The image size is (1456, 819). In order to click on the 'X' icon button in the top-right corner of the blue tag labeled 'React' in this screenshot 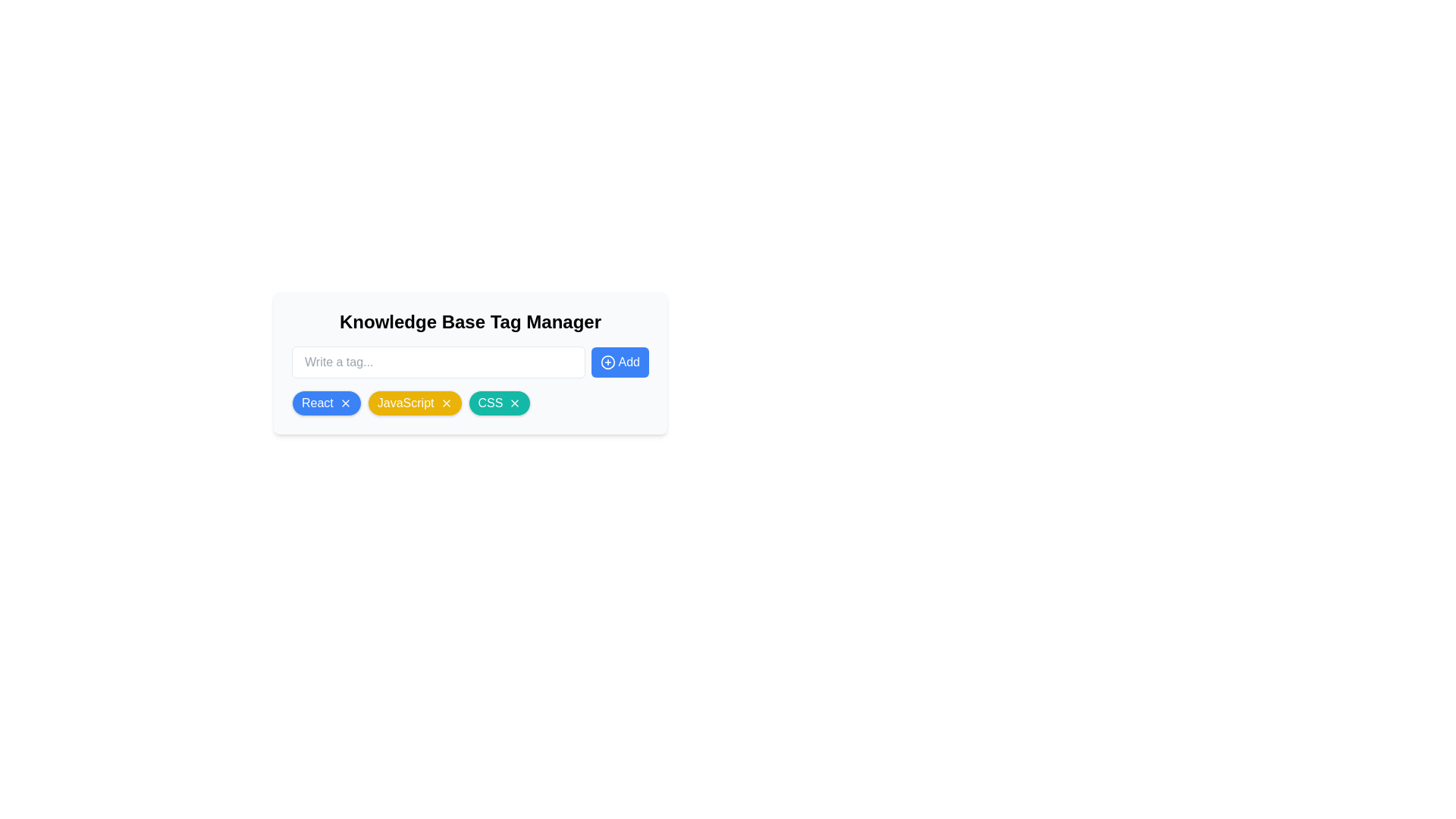, I will do `click(344, 403)`.